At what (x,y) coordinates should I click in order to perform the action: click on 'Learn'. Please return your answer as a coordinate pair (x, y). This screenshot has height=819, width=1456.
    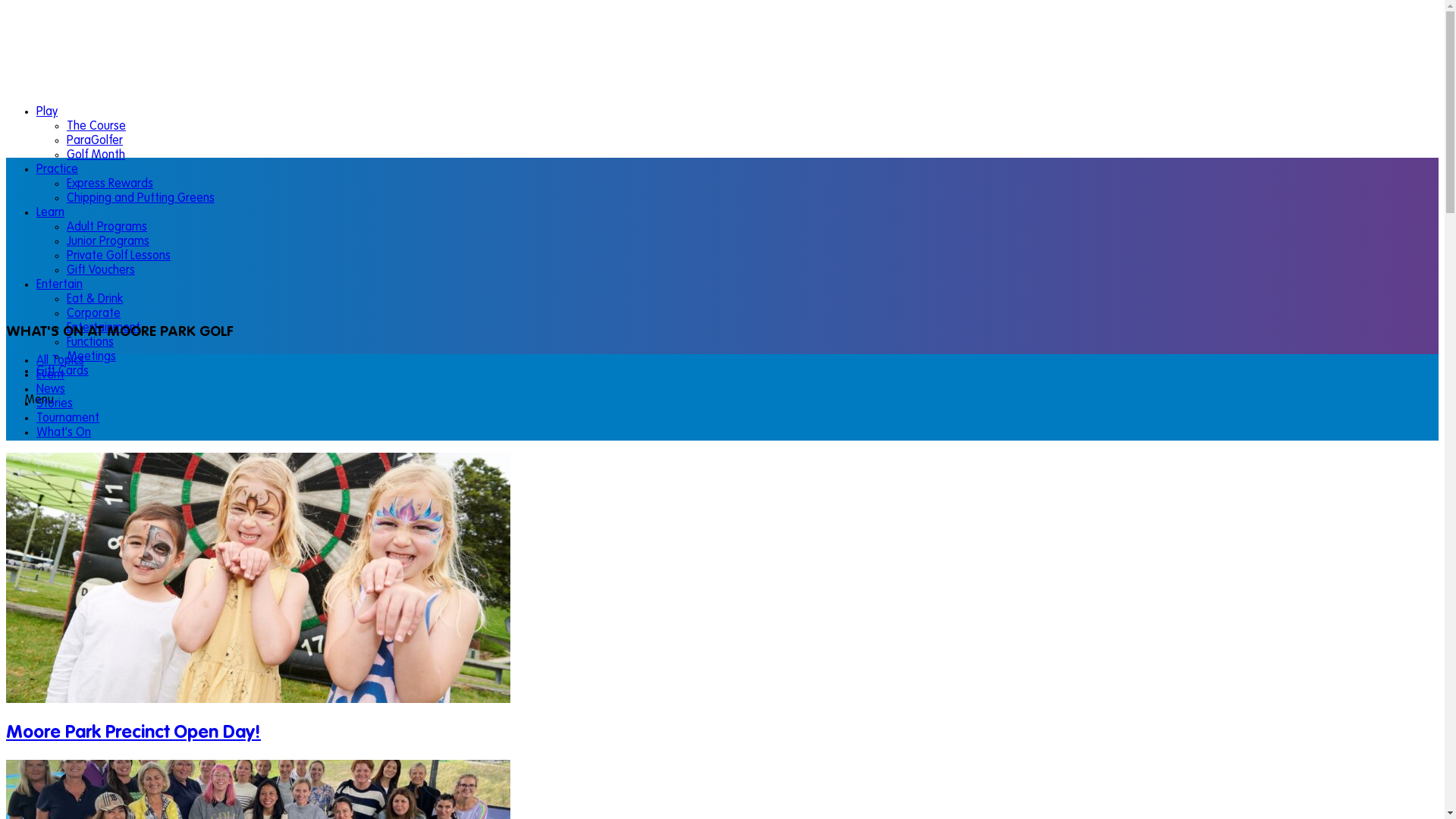
    Looking at the image, I should click on (50, 213).